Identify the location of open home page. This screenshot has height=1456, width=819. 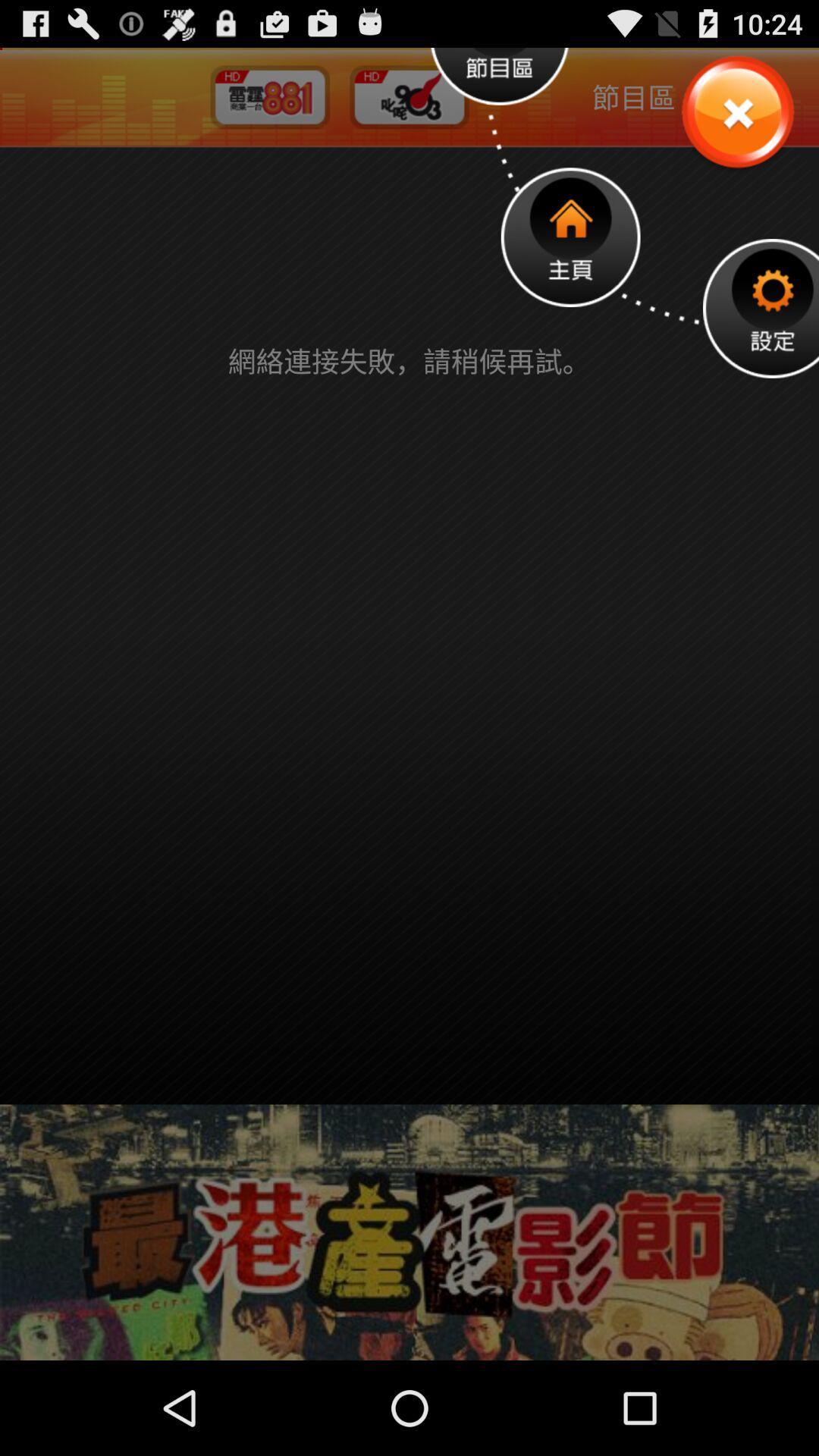
(570, 237).